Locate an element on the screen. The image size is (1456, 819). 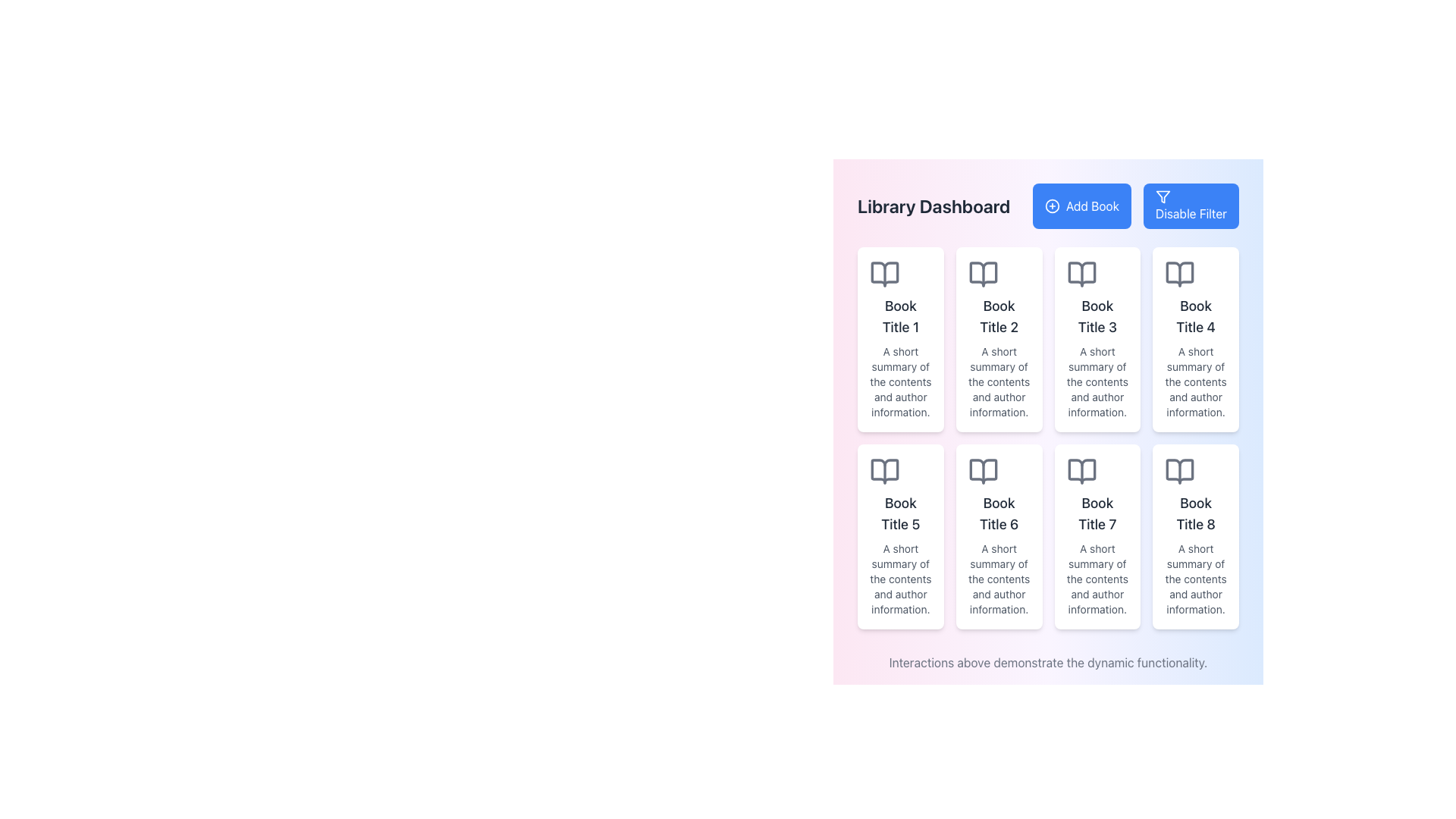
the decorative book icon located in the header section of the card labeled 'Book Title 6' on the library dashboard is located at coordinates (983, 470).